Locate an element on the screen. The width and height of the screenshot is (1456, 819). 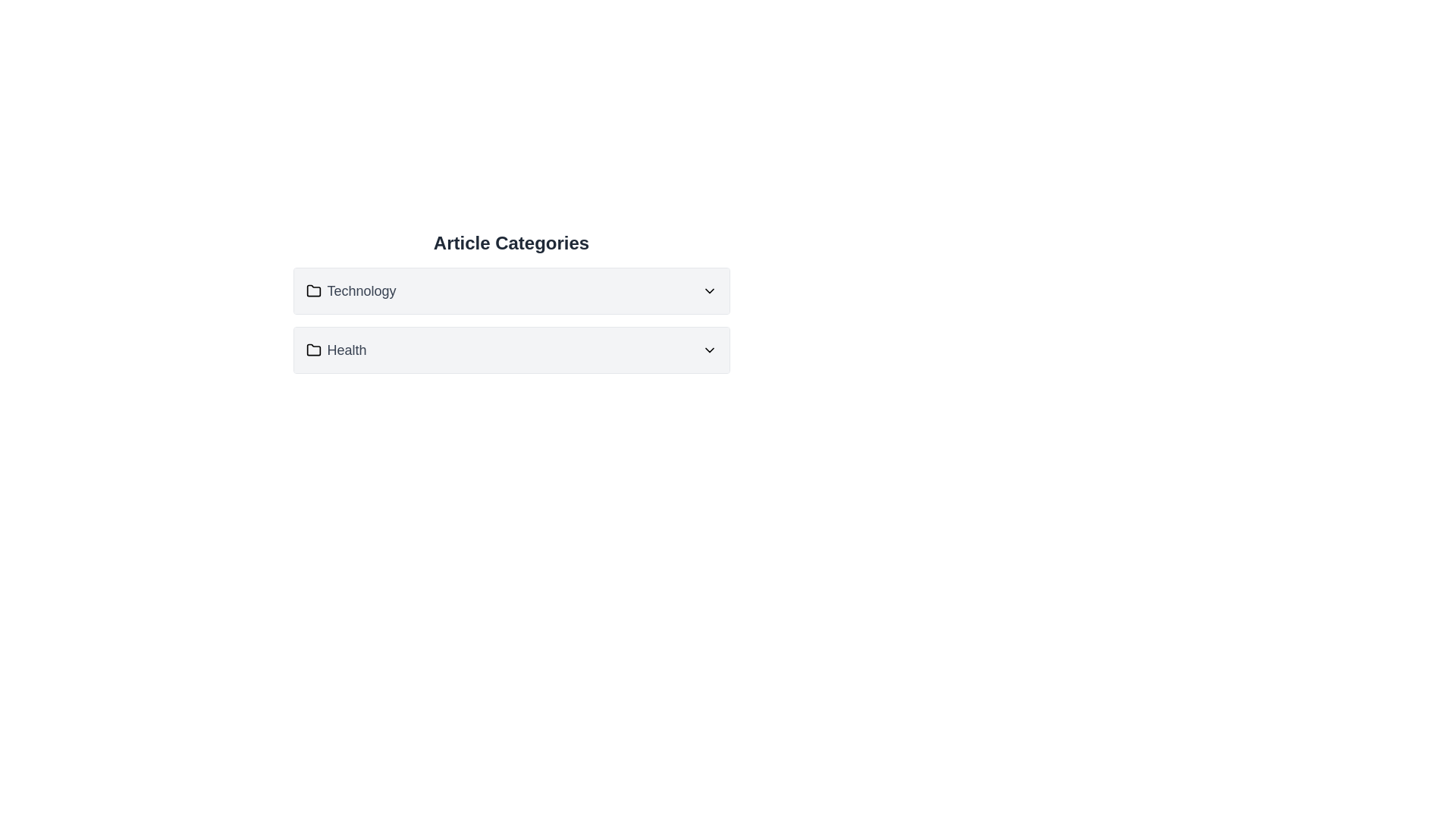
the 'Health' category label located to the right of the folder icon under 'Article Categories' is located at coordinates (346, 350).